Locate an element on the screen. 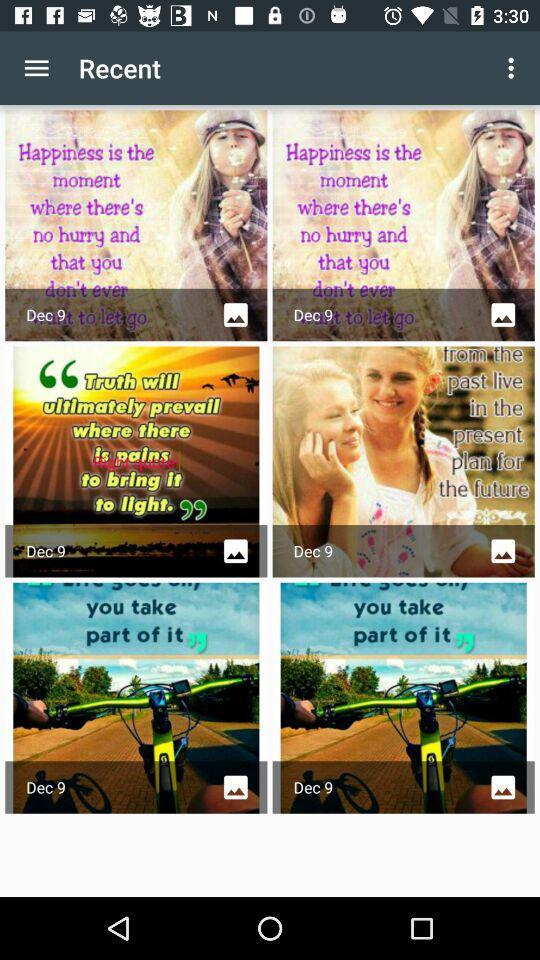  app next to the recent icon is located at coordinates (36, 68).